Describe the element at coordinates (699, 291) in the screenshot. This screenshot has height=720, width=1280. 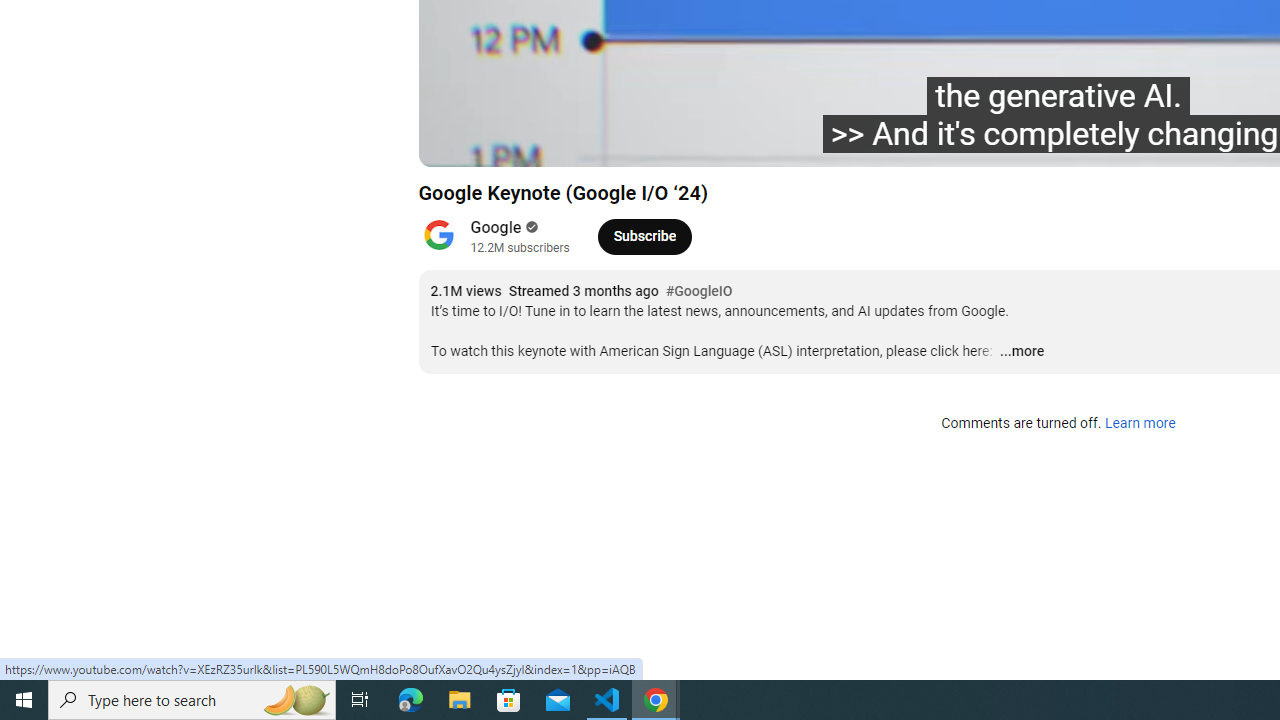
I see `'#GoogleIO'` at that location.